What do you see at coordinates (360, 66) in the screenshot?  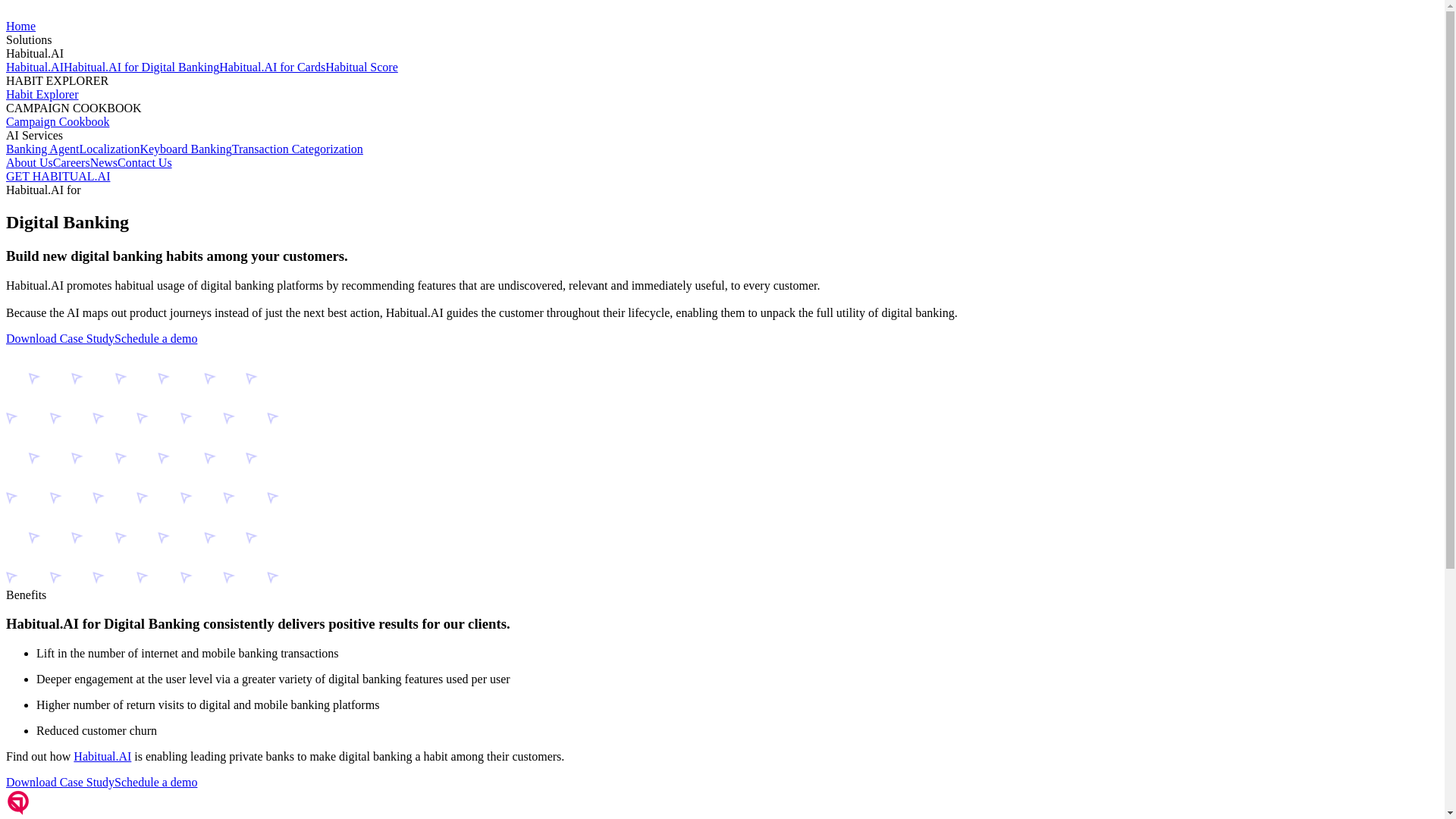 I see `'Habitual Score'` at bounding box center [360, 66].